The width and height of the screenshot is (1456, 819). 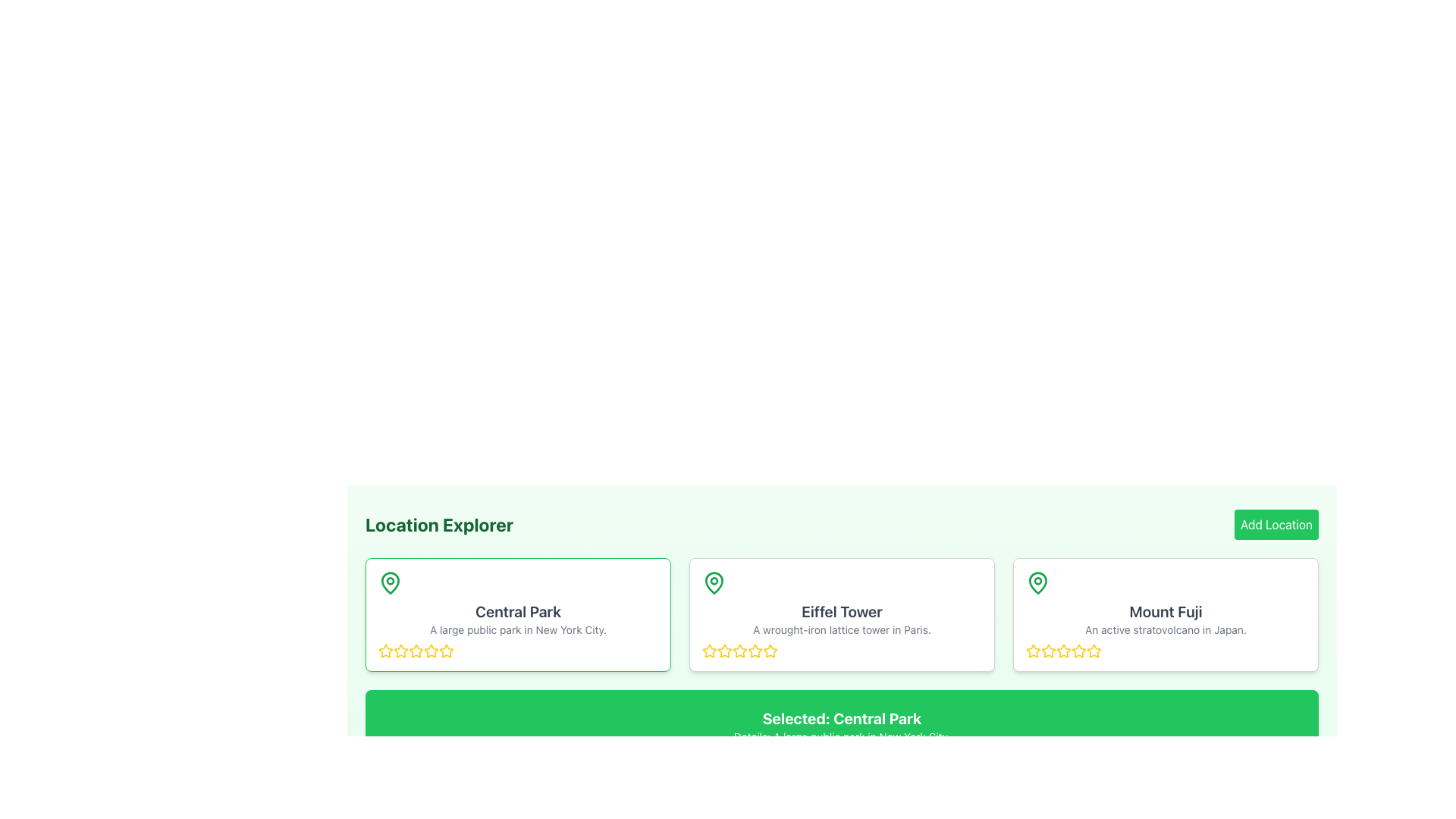 I want to click on the third yellow star-shaped rating icon for 'Central Park', so click(x=400, y=651).